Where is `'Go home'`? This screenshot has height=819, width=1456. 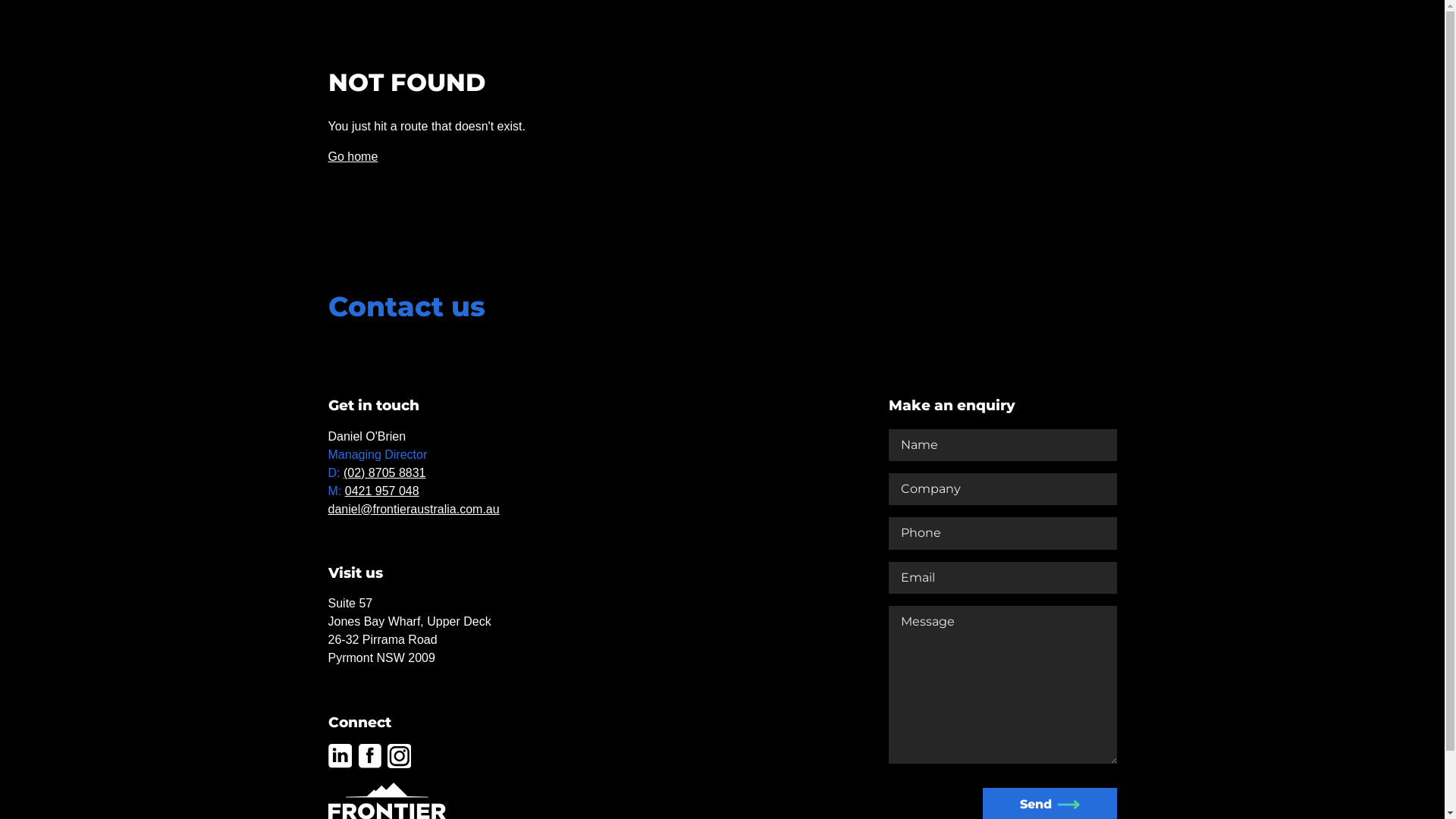
'Go home' is located at coordinates (352, 156).